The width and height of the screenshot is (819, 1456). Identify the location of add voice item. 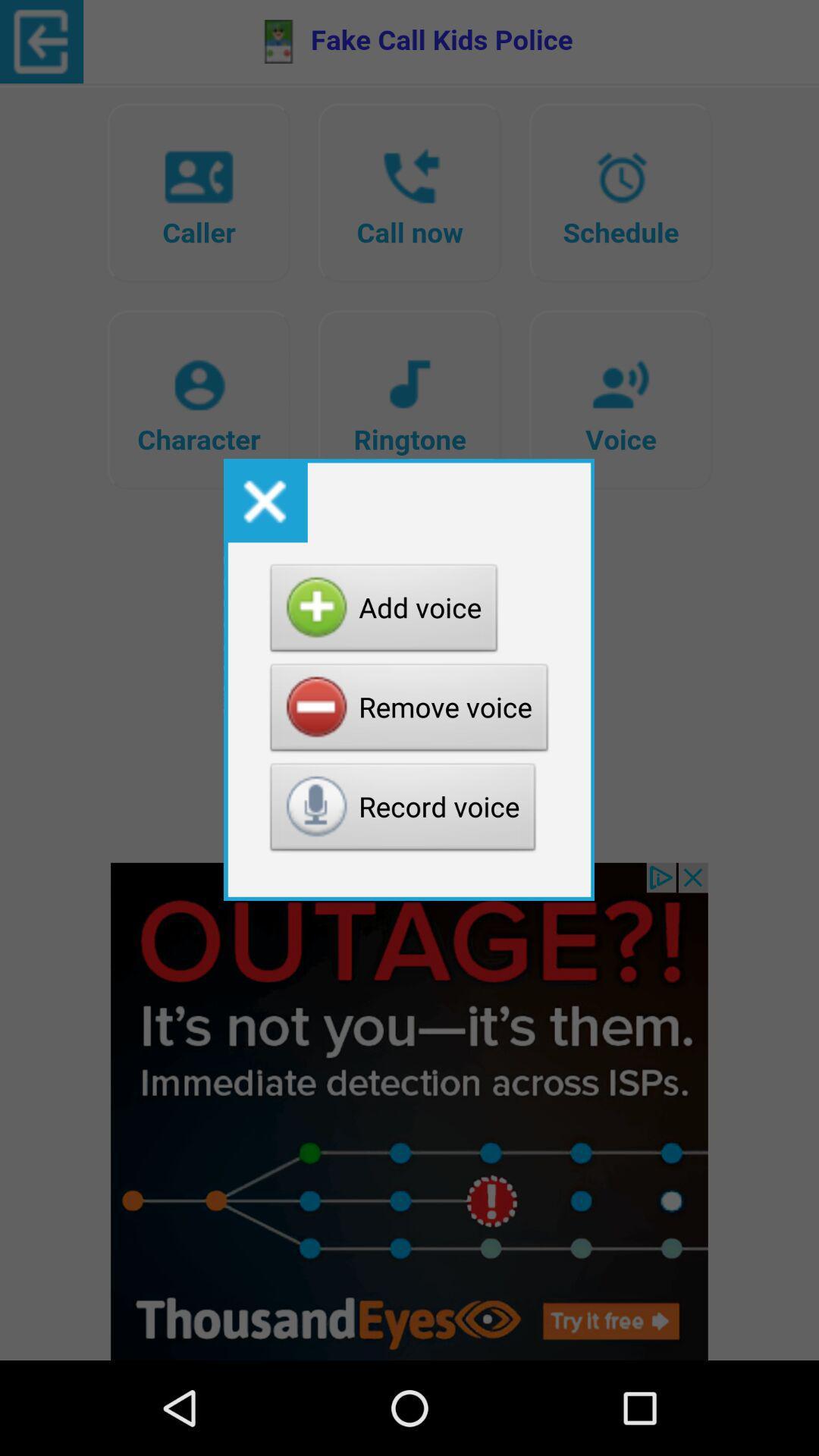
(383, 612).